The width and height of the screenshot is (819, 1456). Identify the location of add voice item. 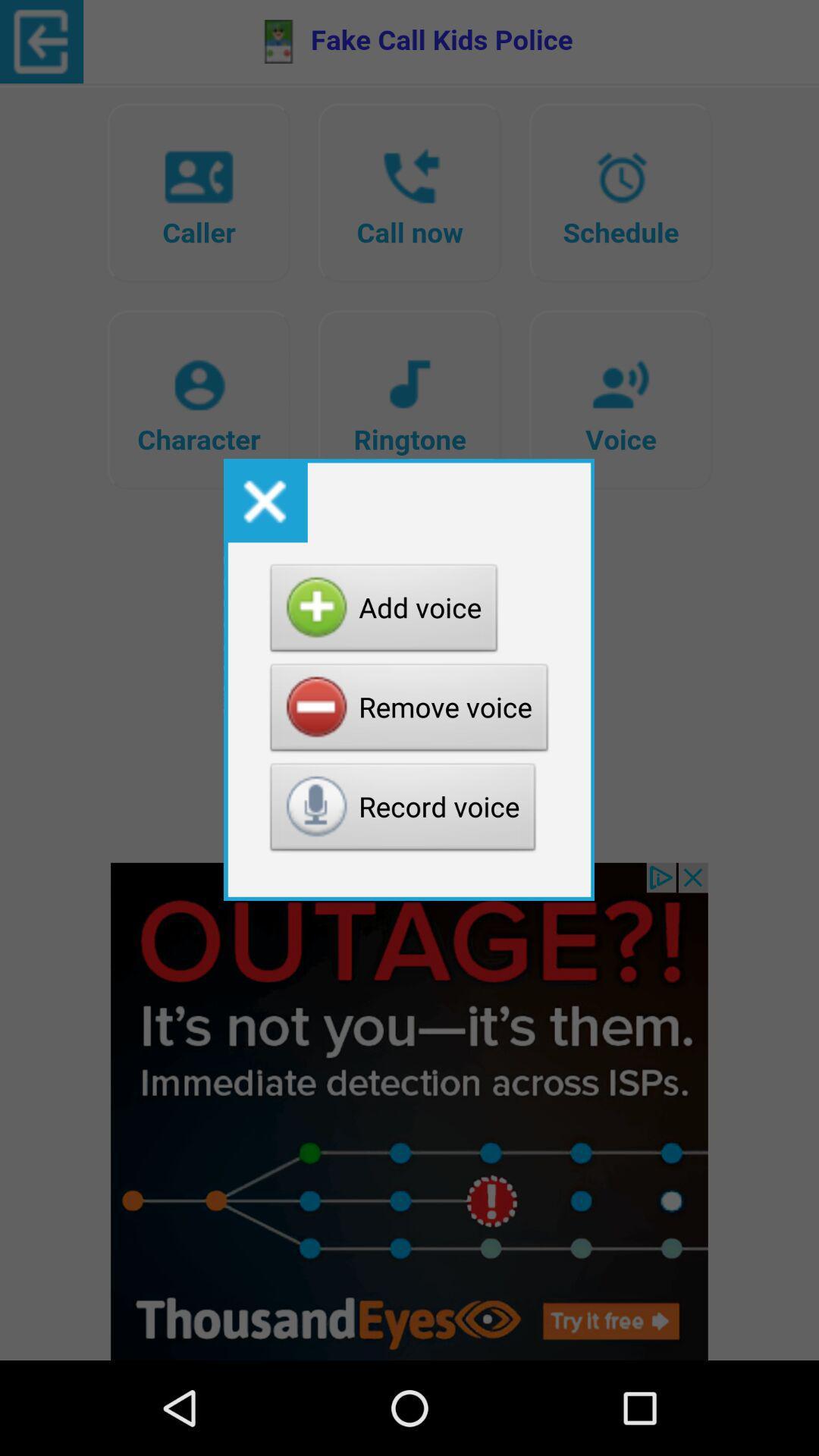
(383, 612).